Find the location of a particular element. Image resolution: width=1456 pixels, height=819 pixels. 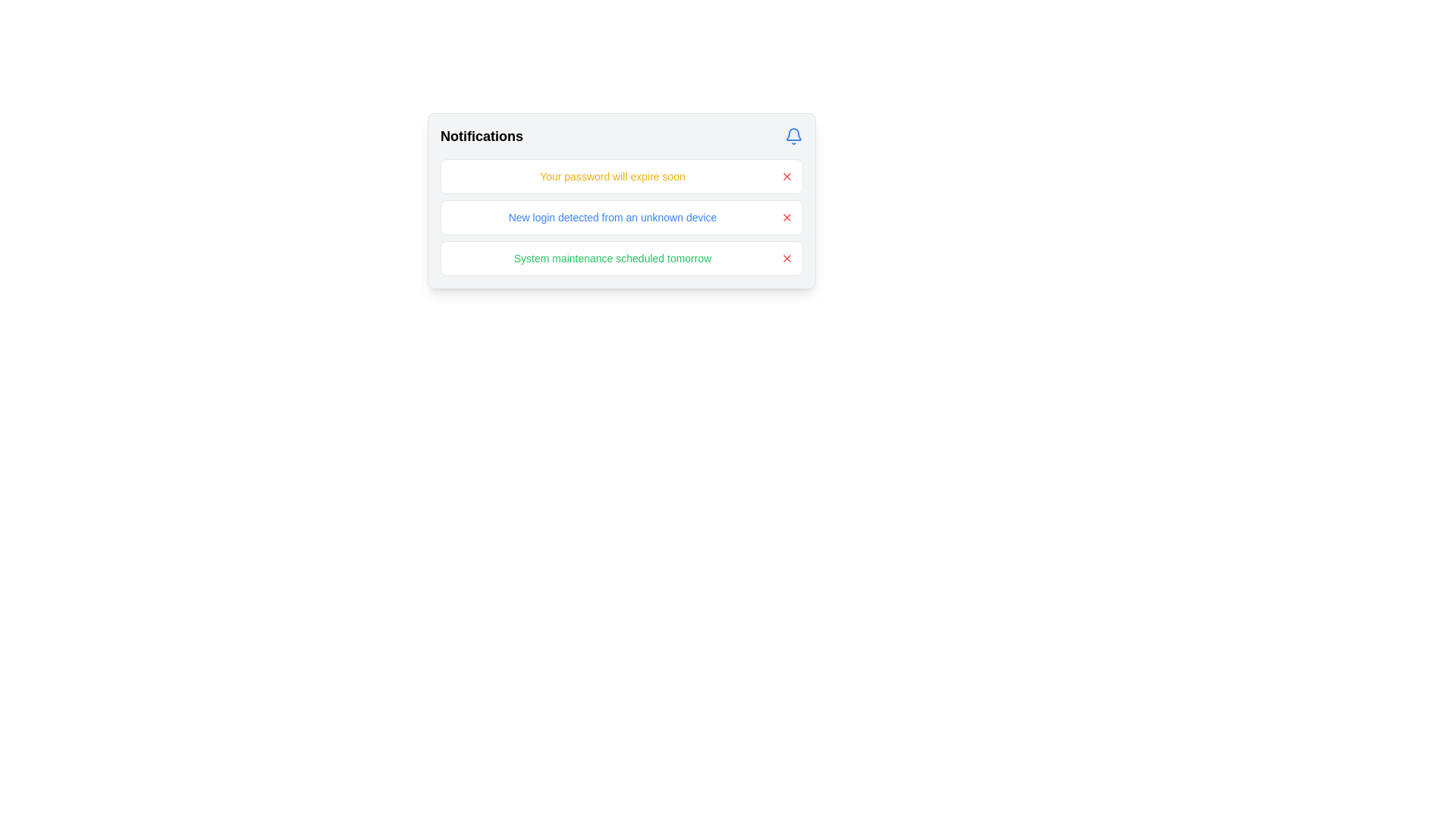

the Text Display element that shows the message 'System maintenance scheduled tomorrow' in green font, located within a notification card at the bottom of three notifications is located at coordinates (612, 257).